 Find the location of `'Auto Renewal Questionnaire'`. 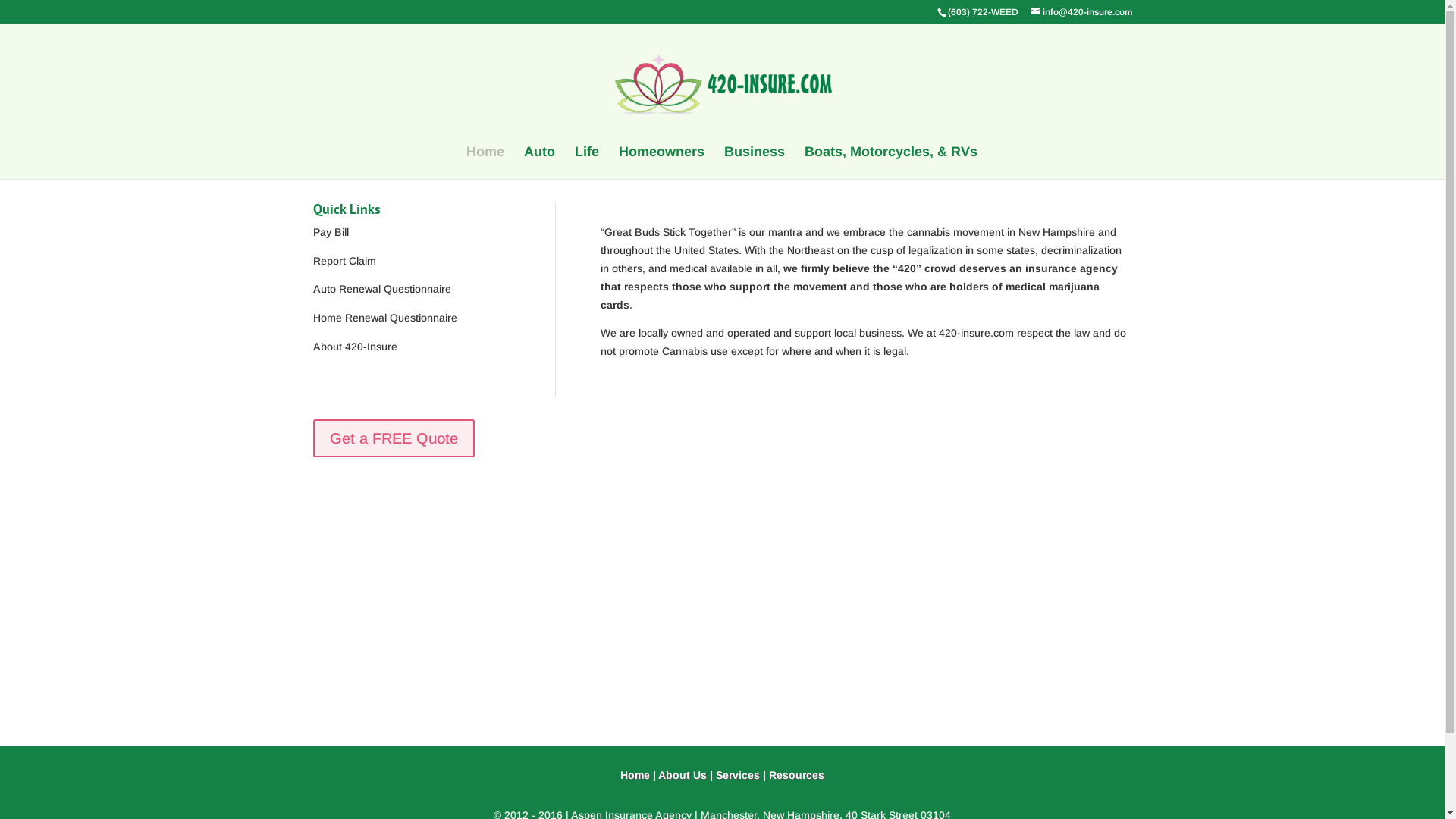

'Auto Renewal Questionnaire' is located at coordinates (381, 289).